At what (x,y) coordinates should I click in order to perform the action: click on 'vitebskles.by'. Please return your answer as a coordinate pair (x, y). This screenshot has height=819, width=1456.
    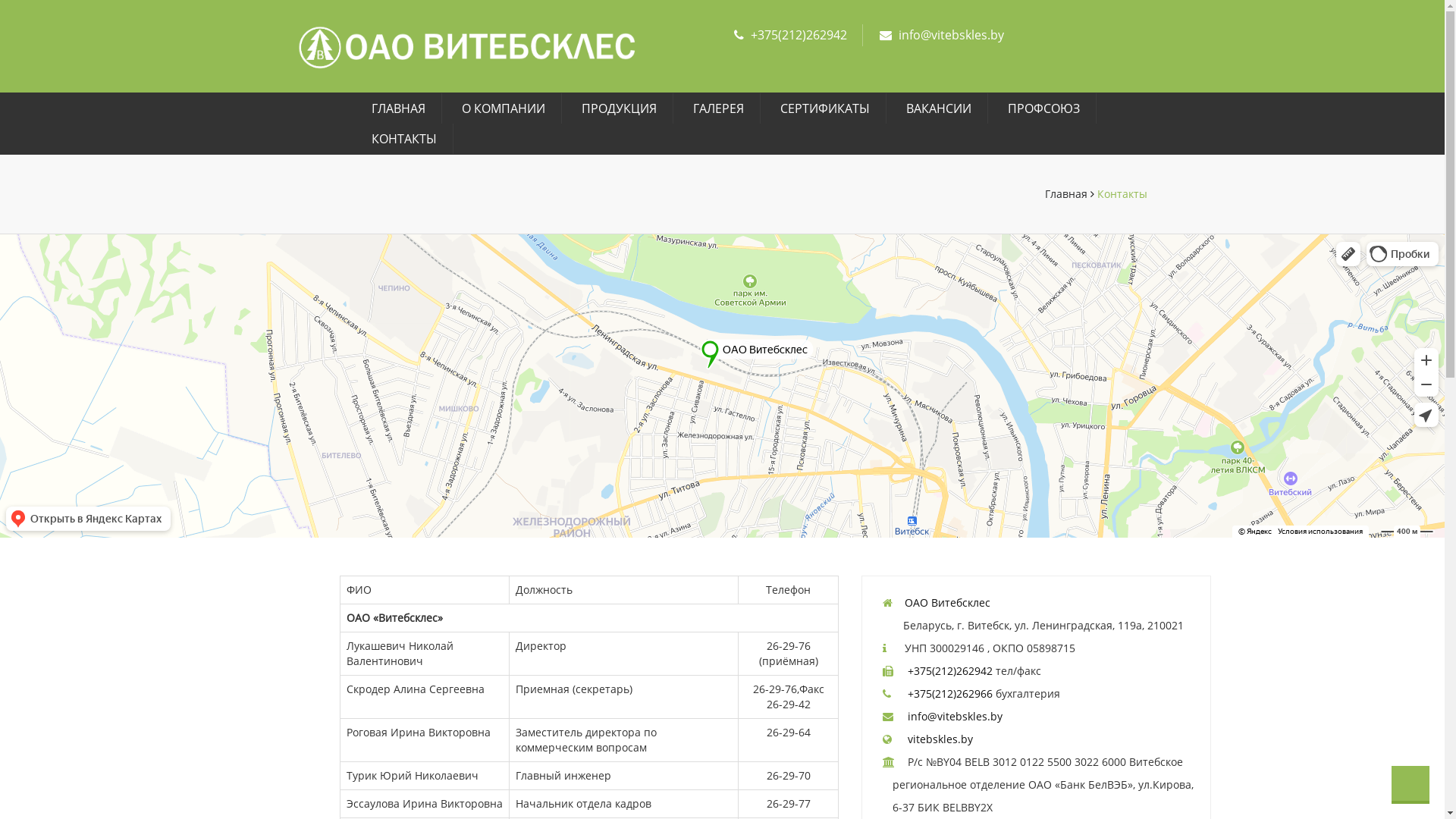
    Looking at the image, I should click on (939, 738).